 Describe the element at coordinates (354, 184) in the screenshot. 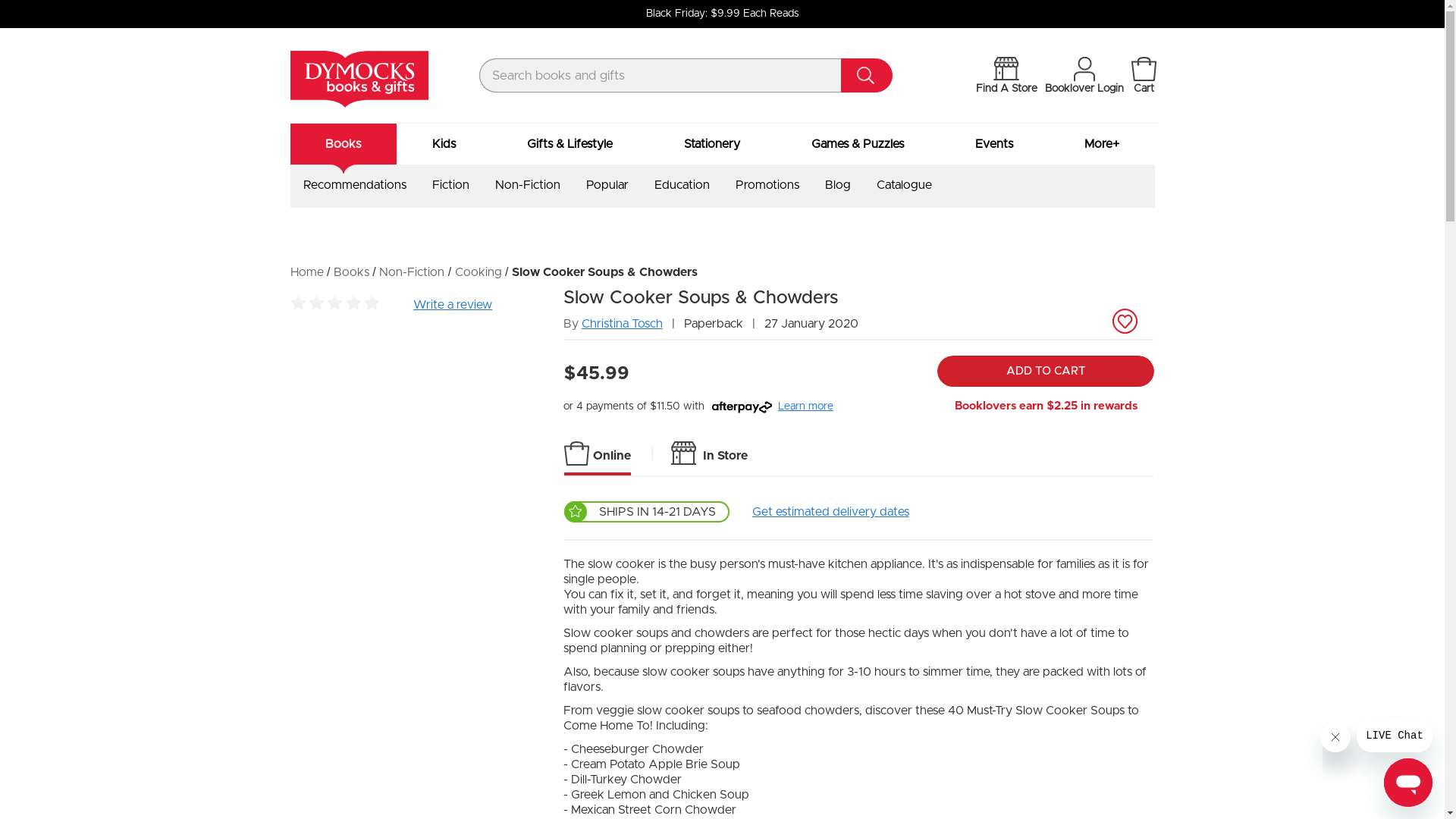

I see `'Recommendations'` at that location.